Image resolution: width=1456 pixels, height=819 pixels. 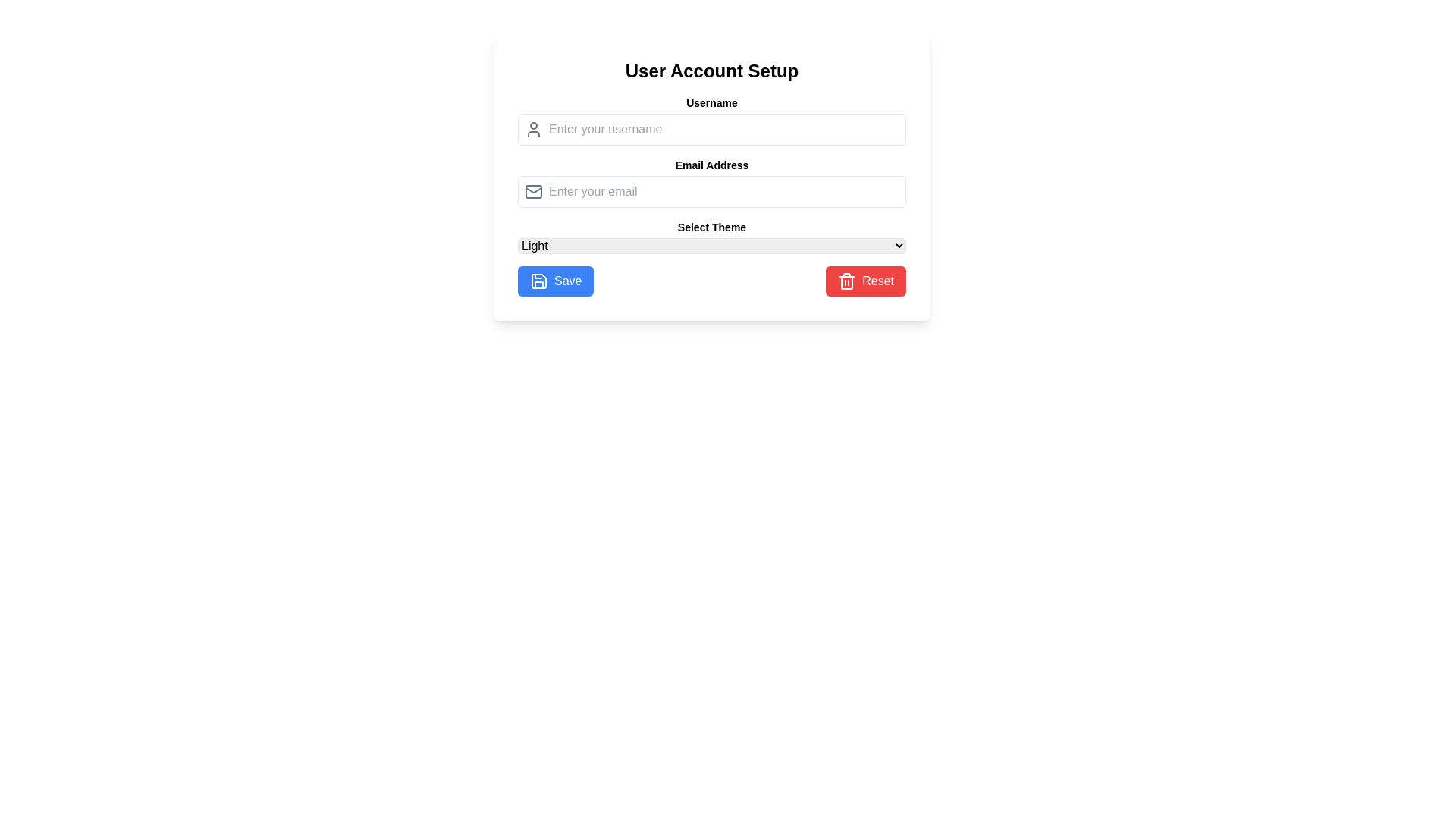 What do you see at coordinates (538, 281) in the screenshot?
I see `the 'Save' button which encompasses the small save icon on the bottom left blue button in the interface` at bounding box center [538, 281].